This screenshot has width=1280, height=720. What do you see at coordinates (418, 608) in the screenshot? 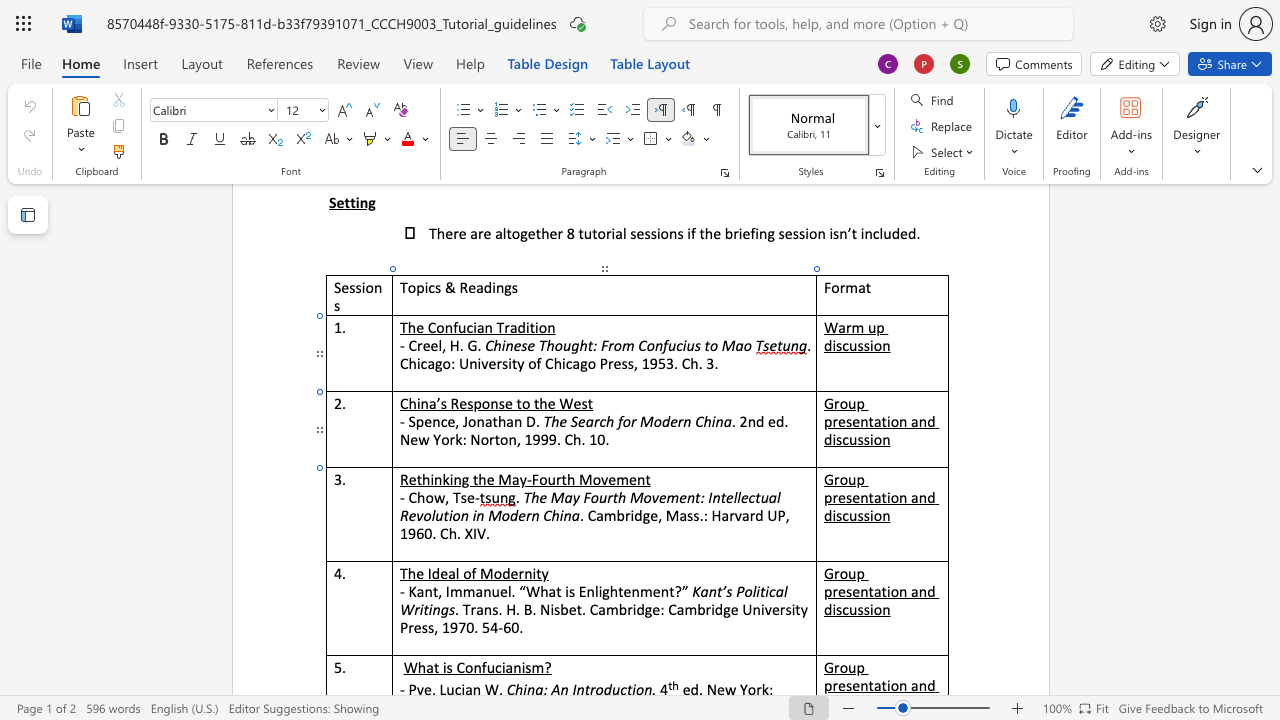
I see `the space between the continuous character "r" and "i" in the text` at bounding box center [418, 608].